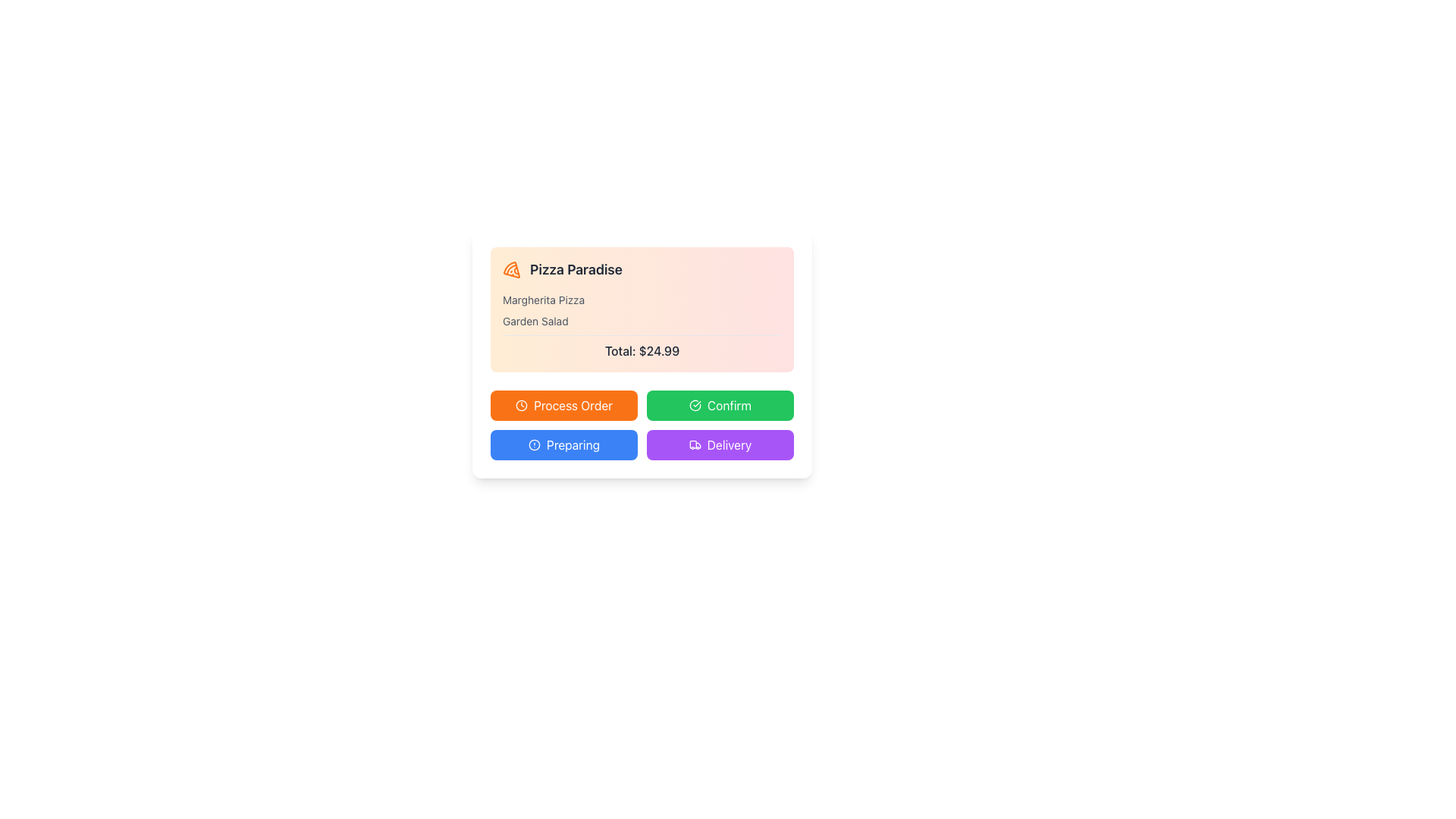 The height and width of the screenshot is (819, 1456). What do you see at coordinates (563, 444) in the screenshot?
I see `the blue rectangular button labeled 'Preparing' with an alert icon` at bounding box center [563, 444].